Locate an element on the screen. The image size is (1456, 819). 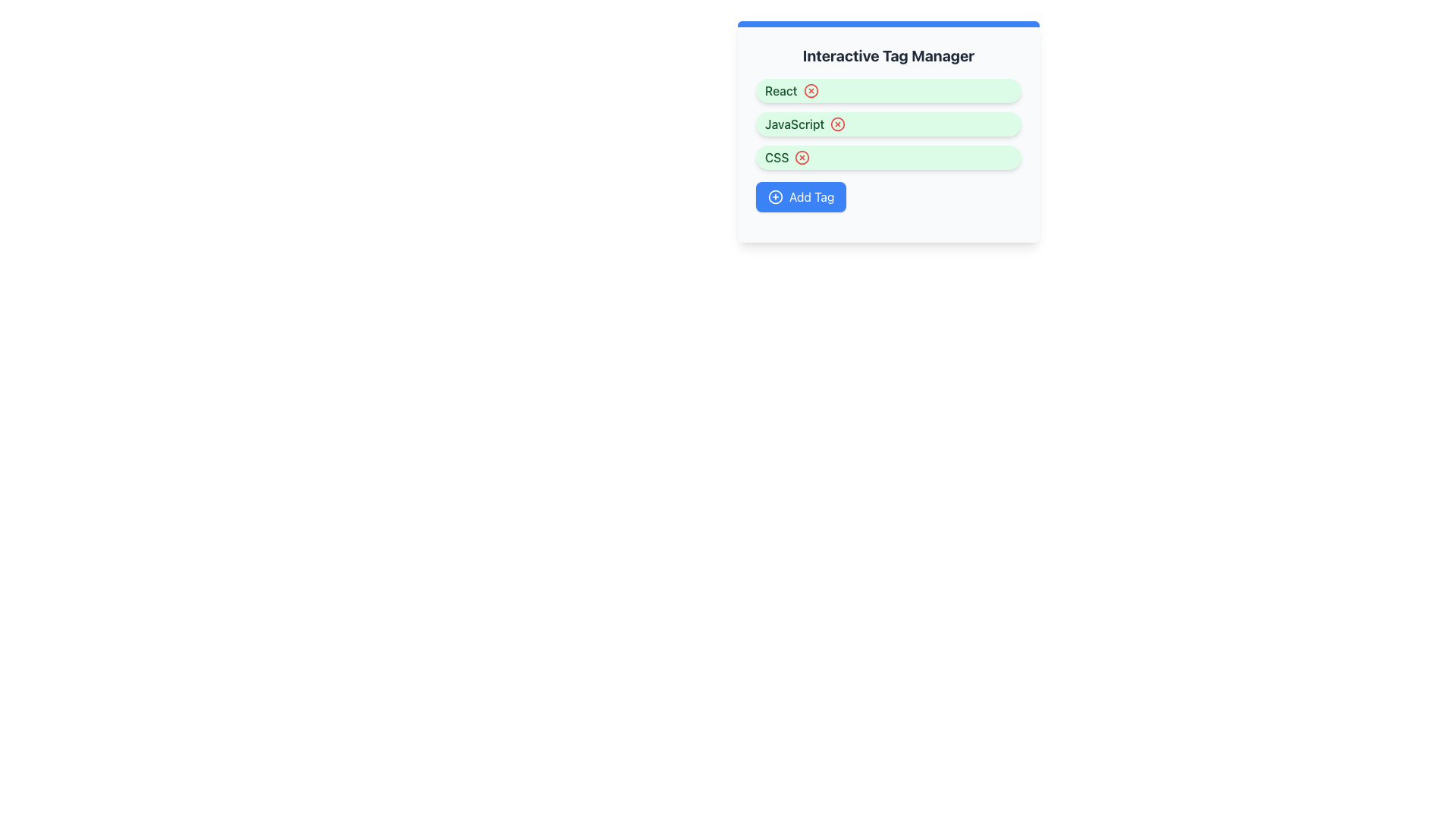
the Removable Tag button labeled 'JavaScript' is located at coordinates (888, 124).